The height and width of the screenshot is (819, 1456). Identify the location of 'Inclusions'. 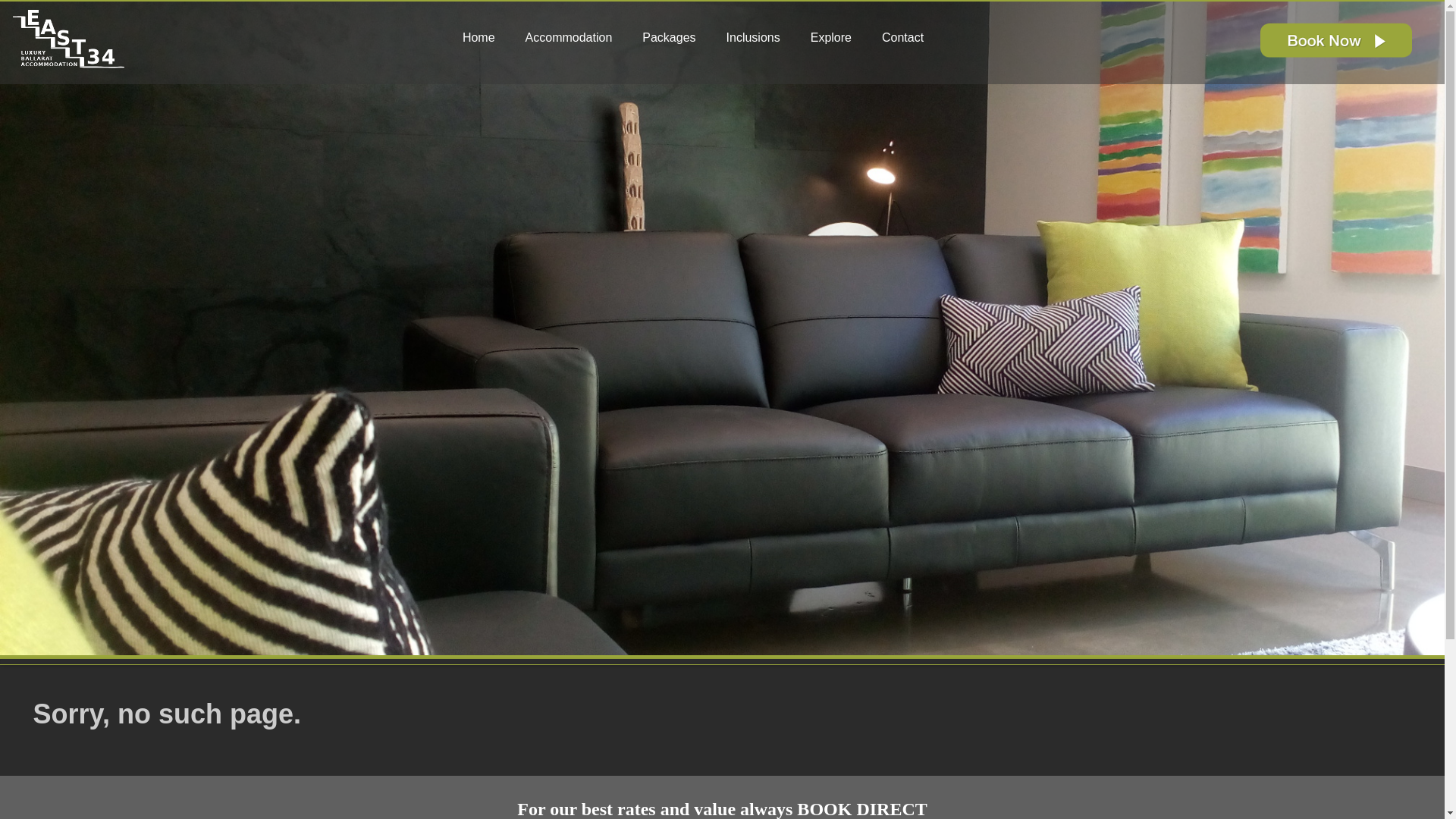
(716, 37).